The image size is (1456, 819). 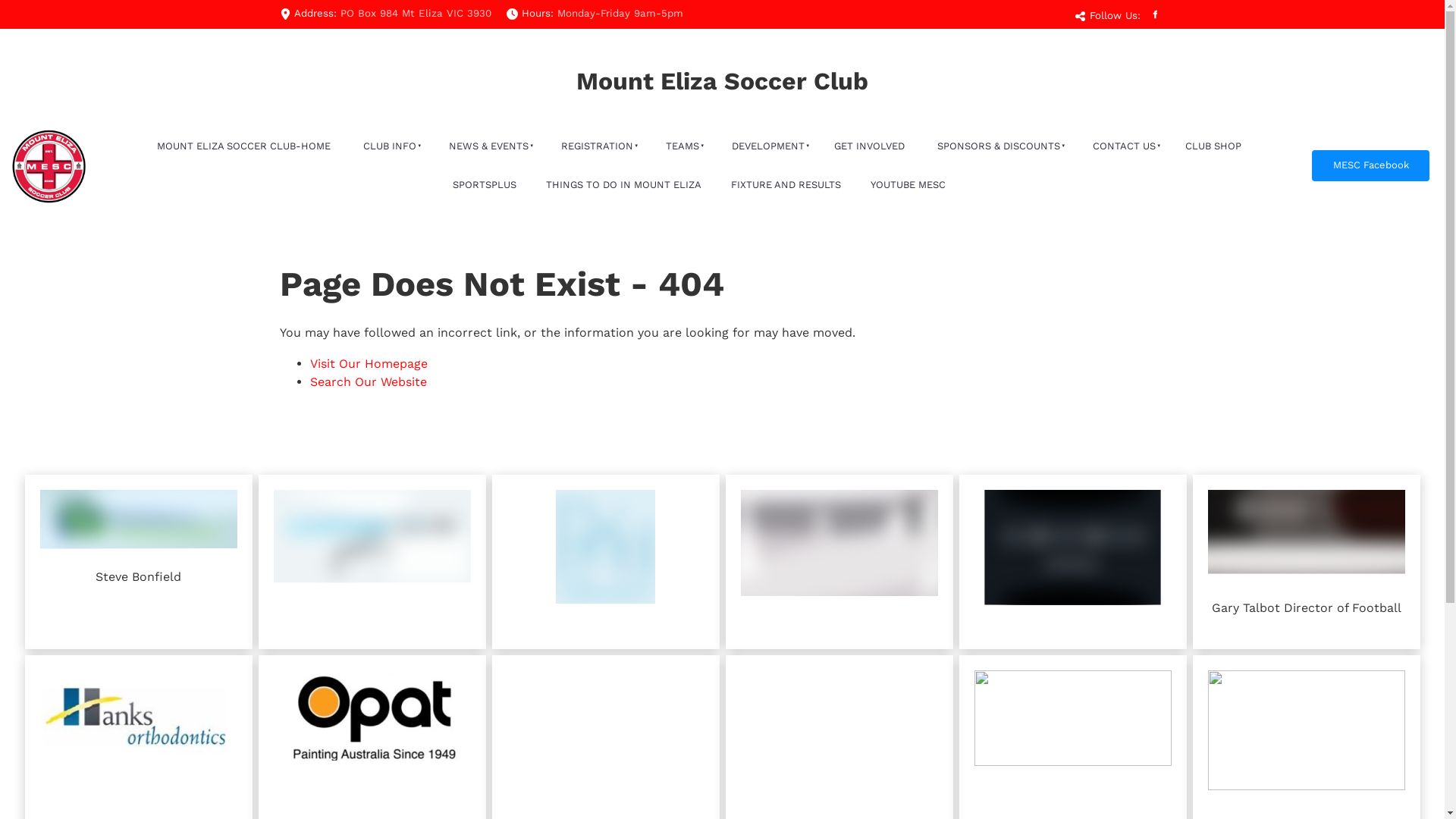 What do you see at coordinates (869, 146) in the screenshot?
I see `'GET INVOLVED'` at bounding box center [869, 146].